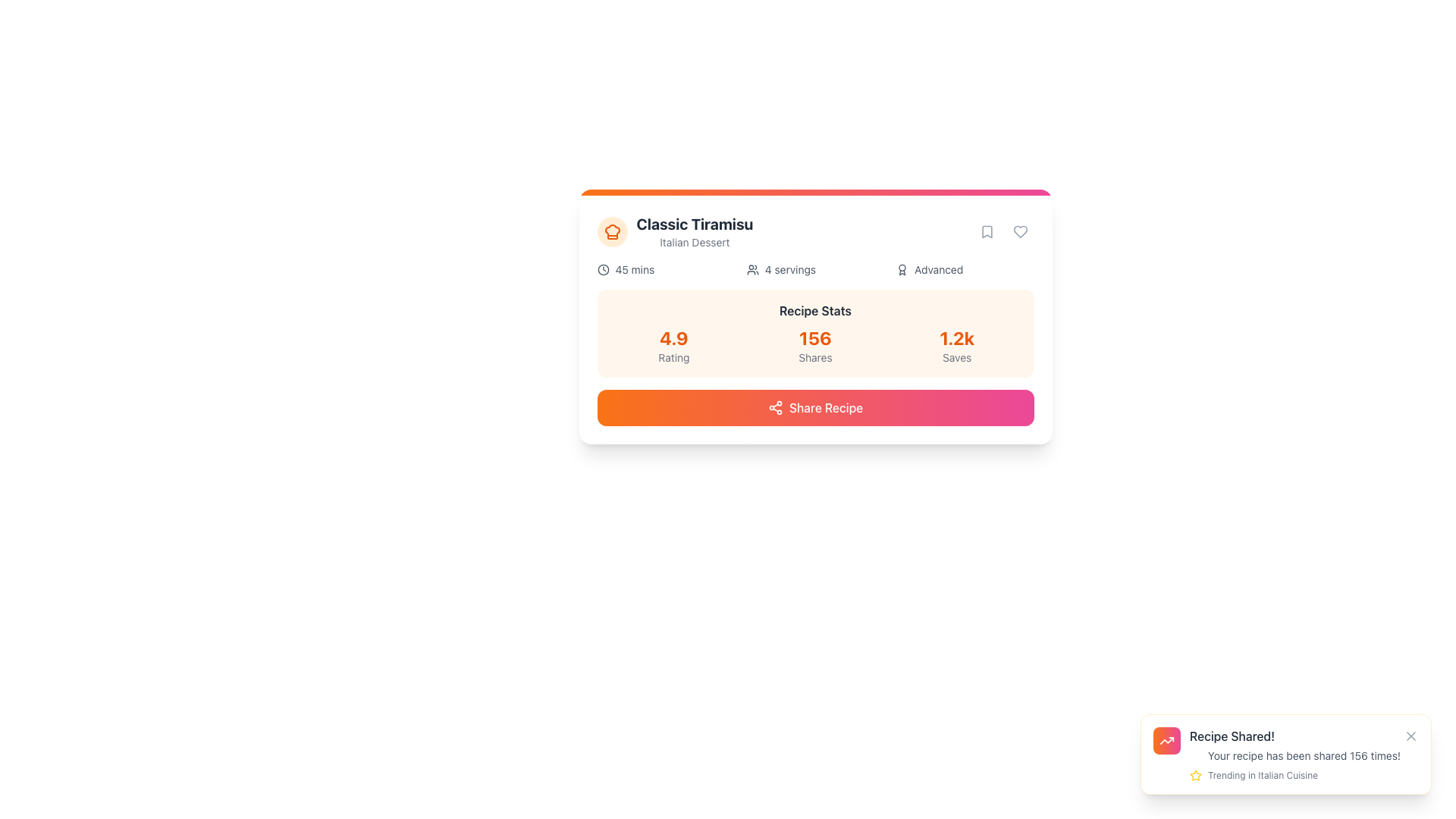 The image size is (1456, 819). What do you see at coordinates (612, 231) in the screenshot?
I see `the icon located in the top left corner of the card displaying the 'Classic Tiramisu' recipe, which represents the type or category of the recipe` at bounding box center [612, 231].